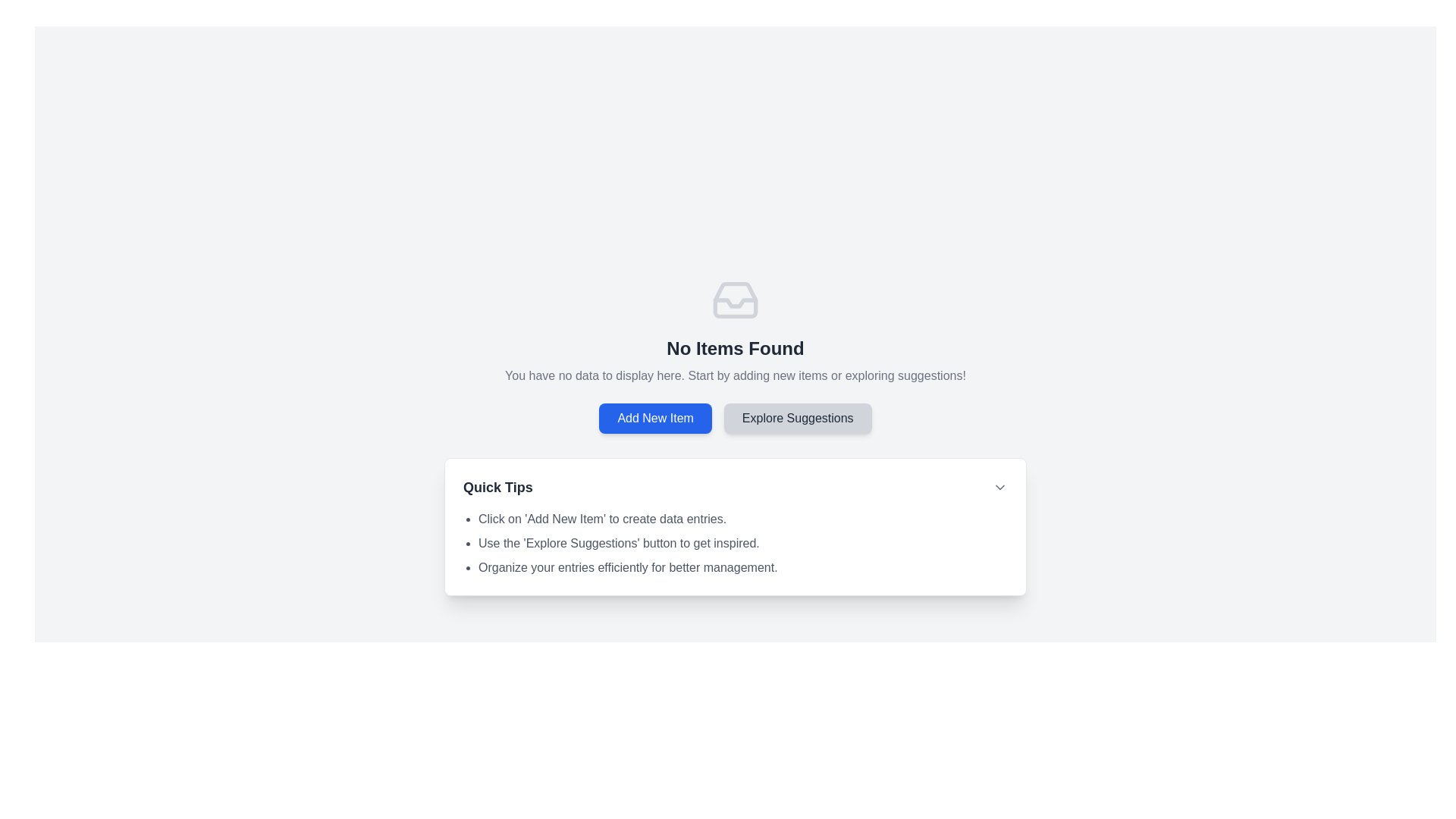 Image resolution: width=1456 pixels, height=819 pixels. Describe the element at coordinates (735, 543) in the screenshot. I see `textual instructions provided in the Ordered list located in the 'Quick Tips' section, centered horizontally below the section header` at that location.